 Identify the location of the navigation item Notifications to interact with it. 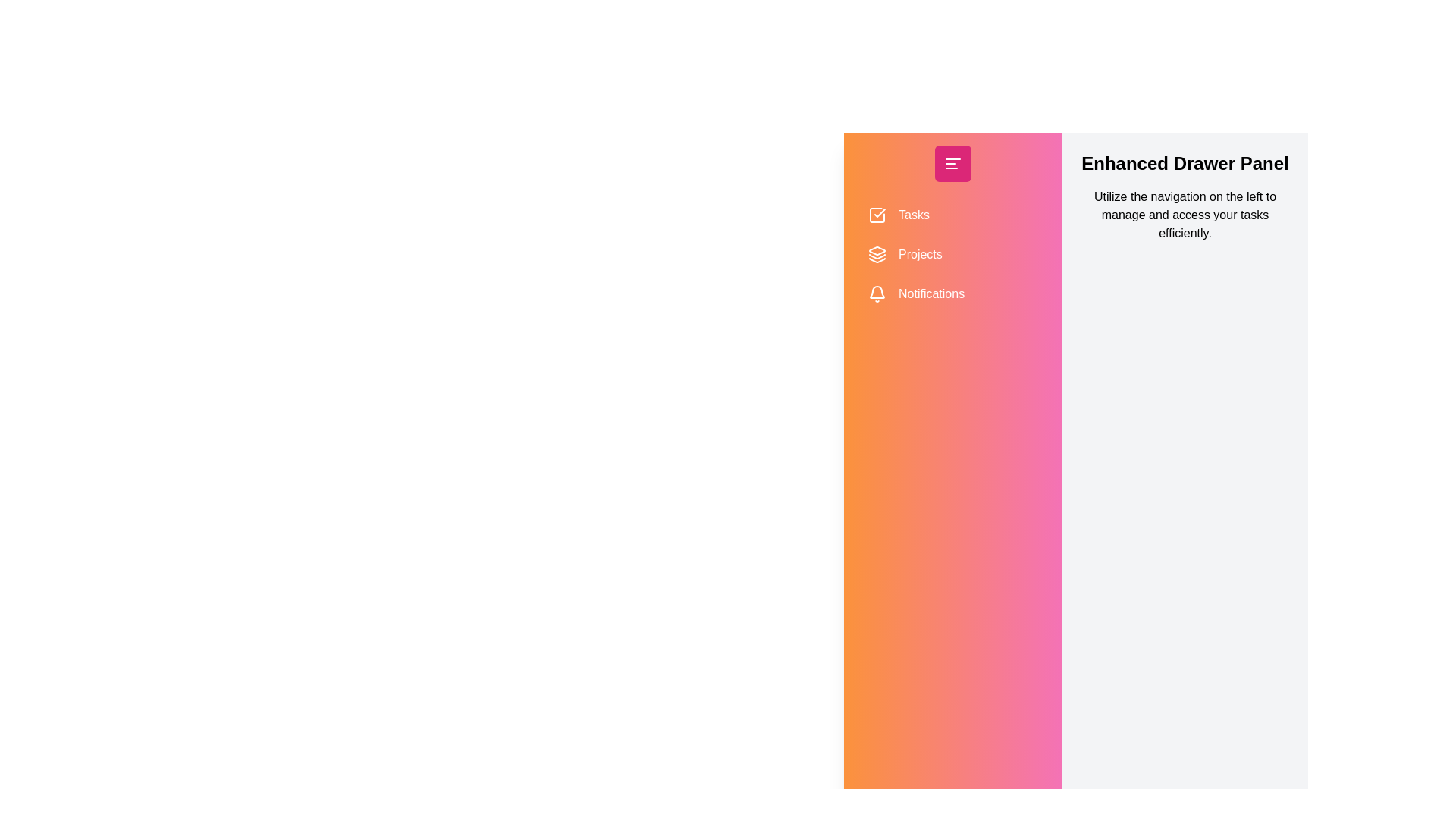
(952, 294).